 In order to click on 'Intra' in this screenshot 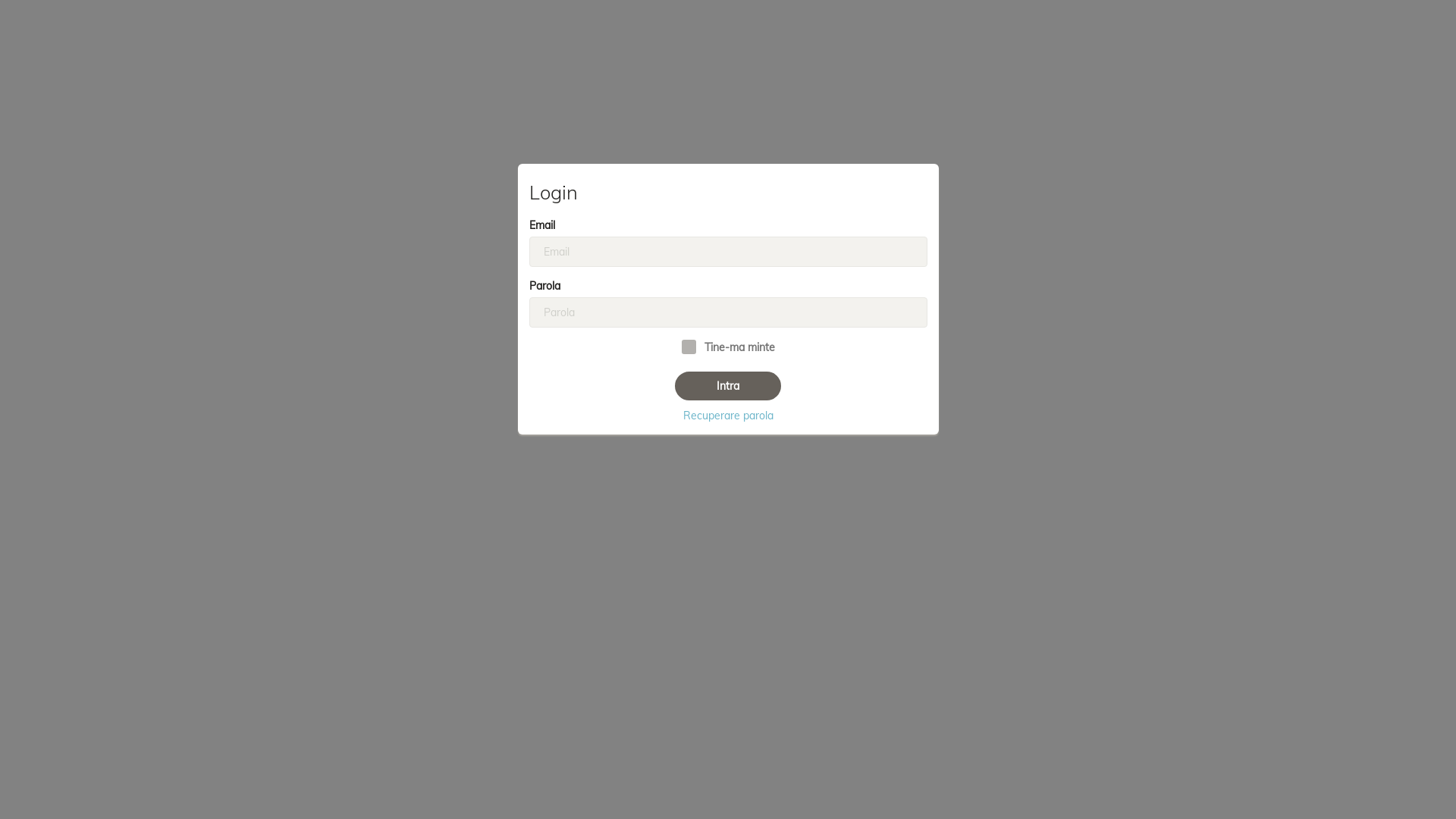, I will do `click(728, 385)`.